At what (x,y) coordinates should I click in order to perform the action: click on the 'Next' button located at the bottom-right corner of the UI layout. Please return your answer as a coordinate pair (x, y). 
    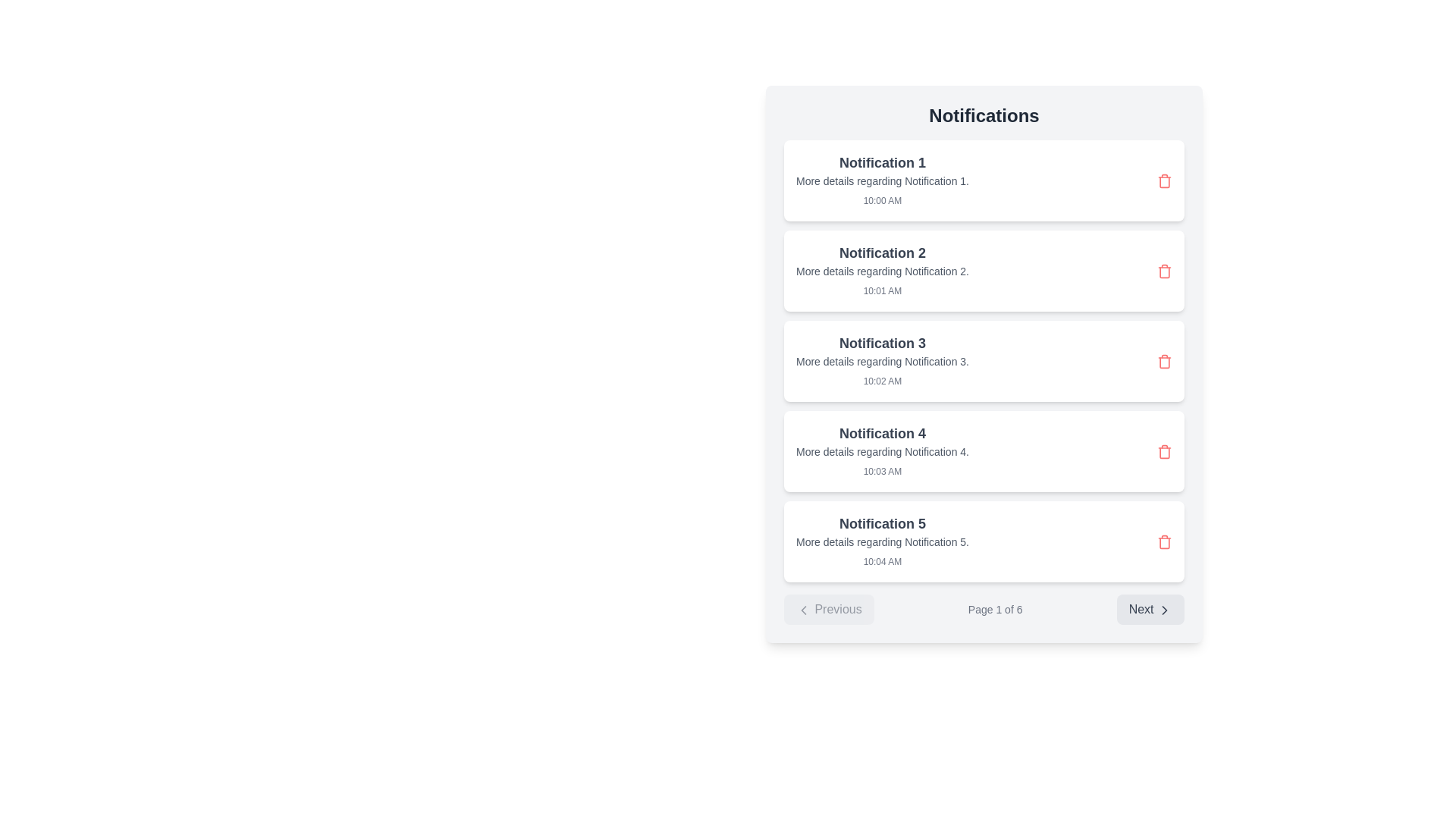
    Looking at the image, I should click on (1164, 609).